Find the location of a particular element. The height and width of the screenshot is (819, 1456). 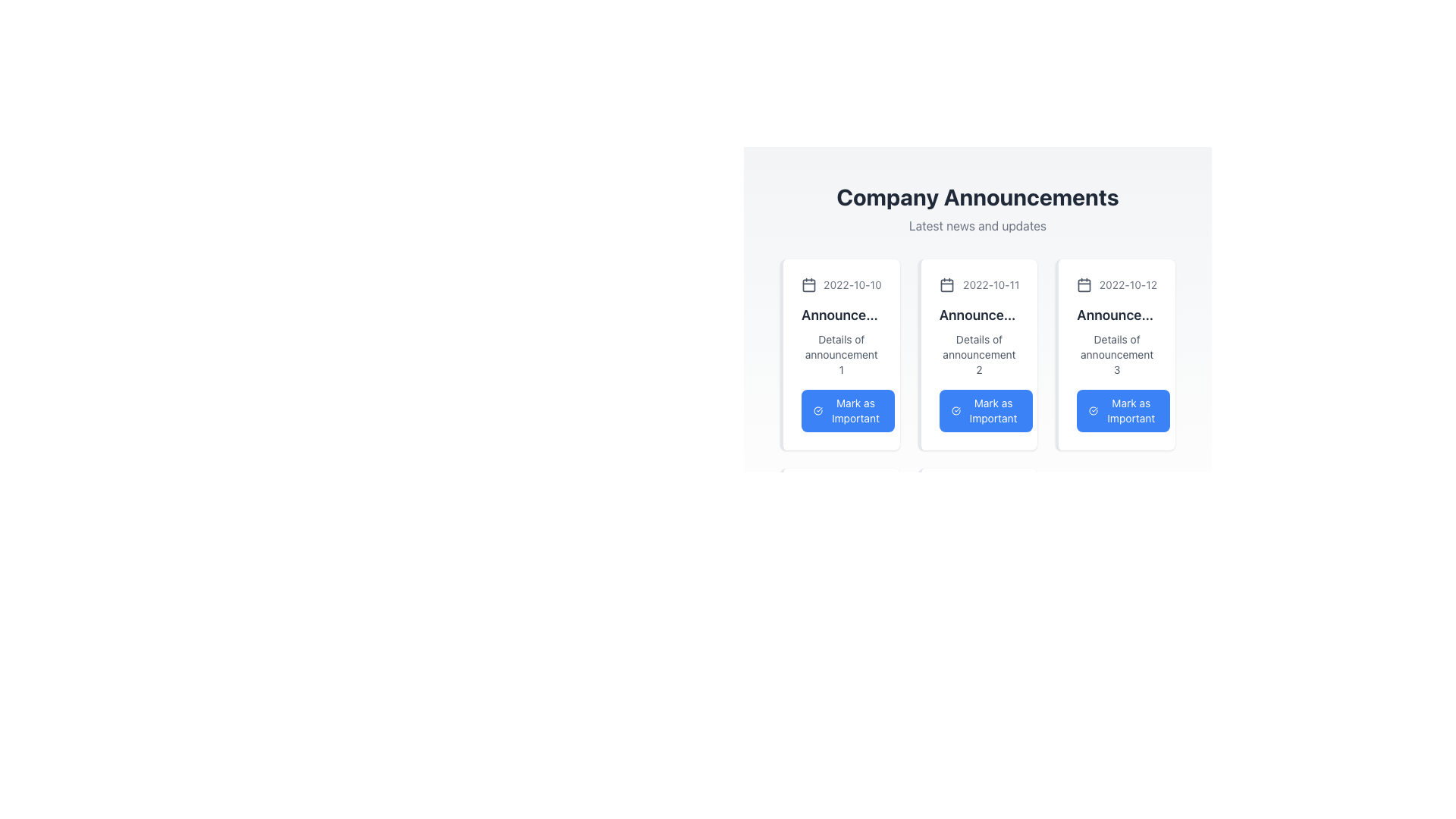

the button located at the bottom of the middle card in a three-card grid layout is located at coordinates (986, 411).